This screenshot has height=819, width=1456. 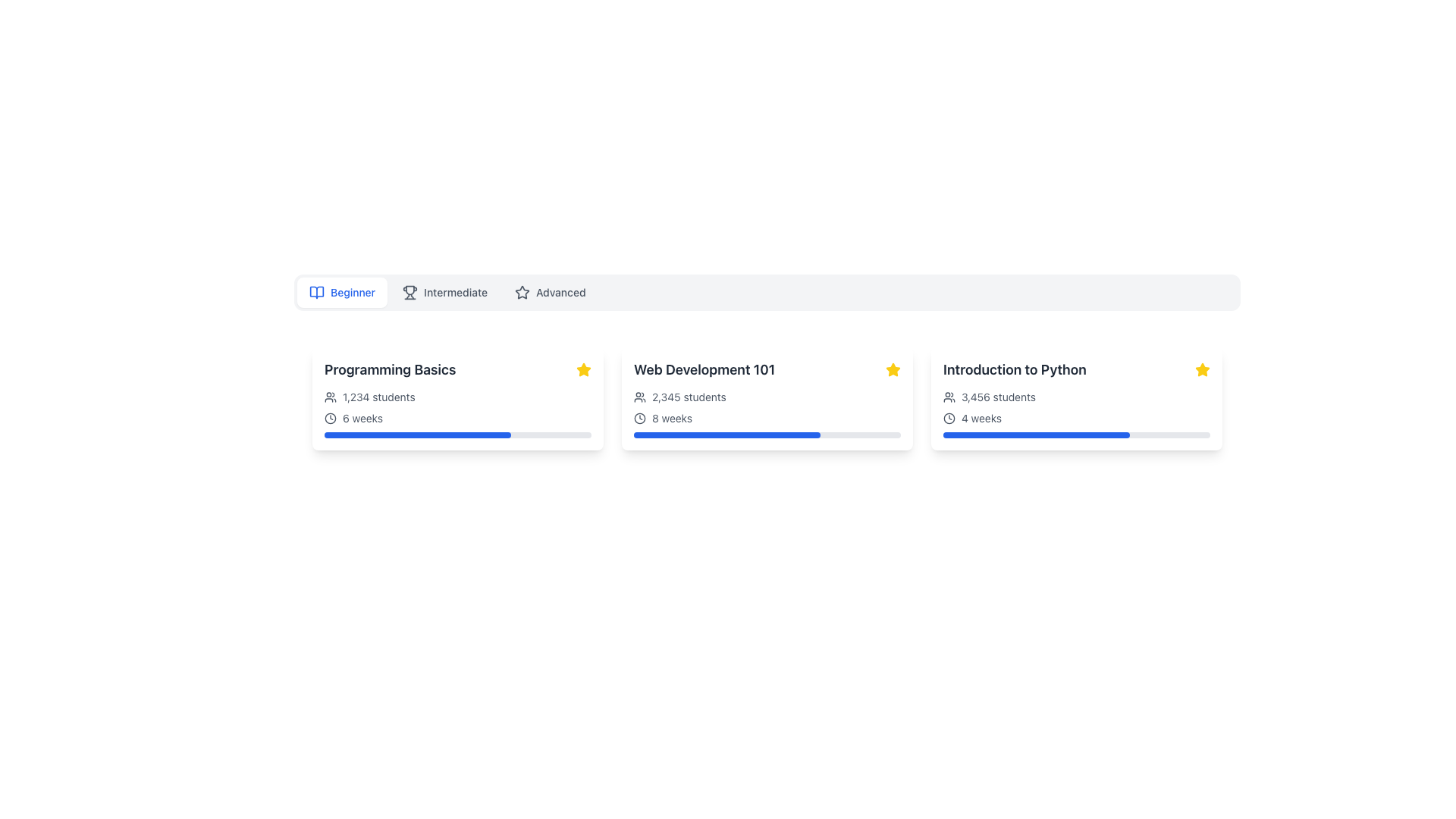 I want to click on the navigation tab or segmented control, so click(x=767, y=292).